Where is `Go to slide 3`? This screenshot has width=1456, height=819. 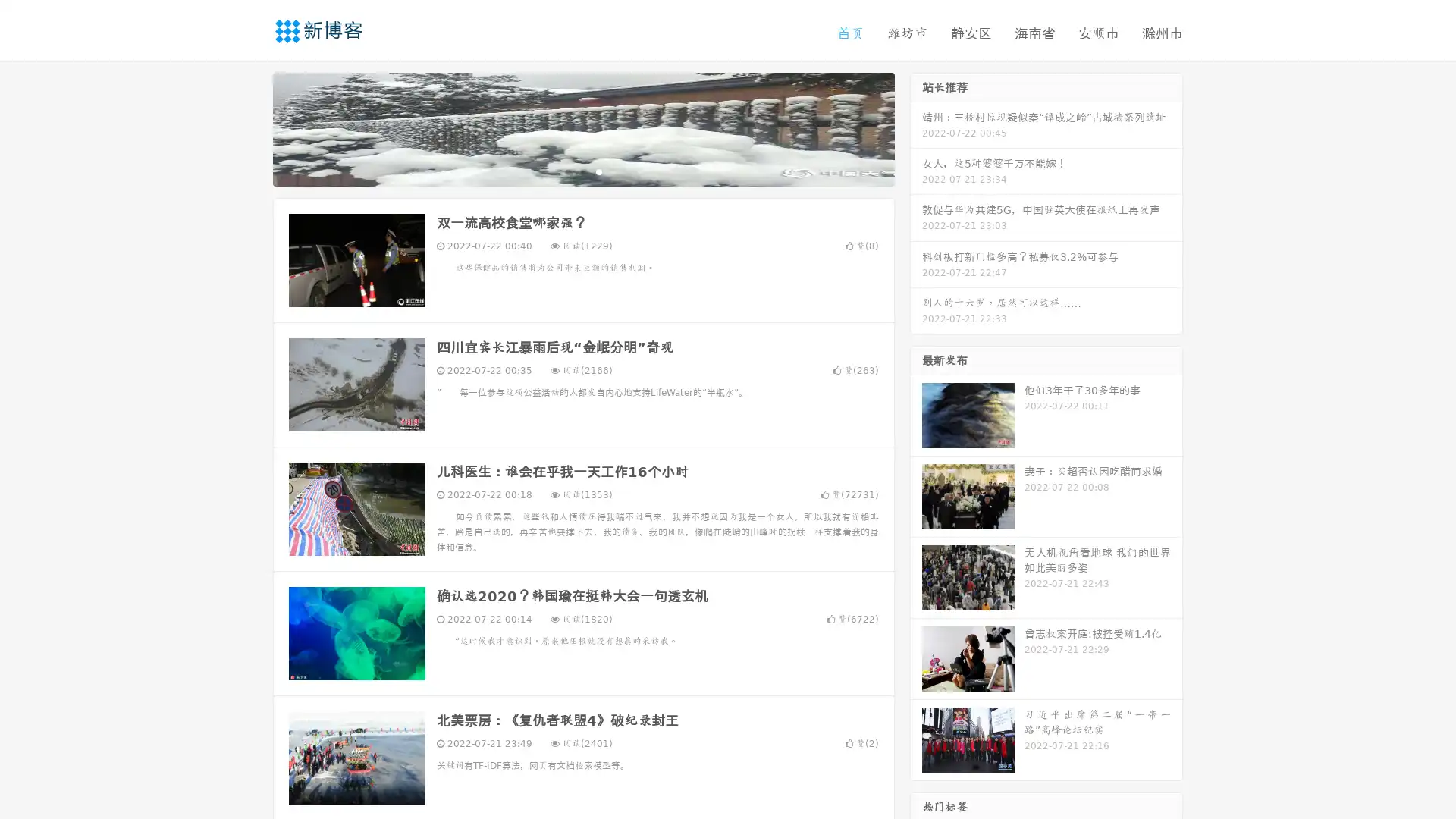
Go to slide 3 is located at coordinates (598, 171).